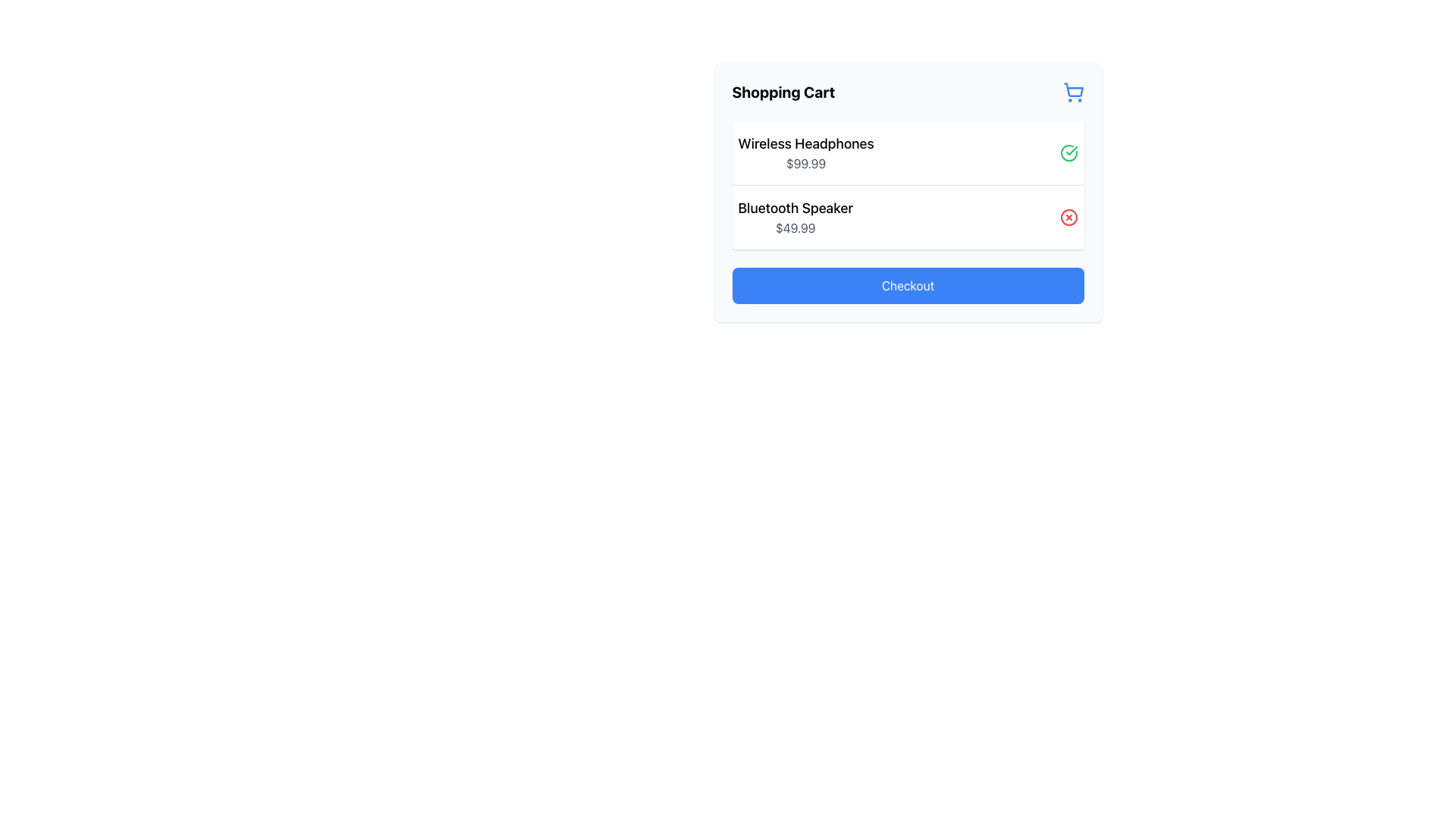 The image size is (1456, 819). Describe the element at coordinates (795, 208) in the screenshot. I see `the text label displaying 'Bluetooth Speaker' that is bold and larger, aligned left in the shopping cart interface, positioned directly above the price tag '$49.99'` at that location.